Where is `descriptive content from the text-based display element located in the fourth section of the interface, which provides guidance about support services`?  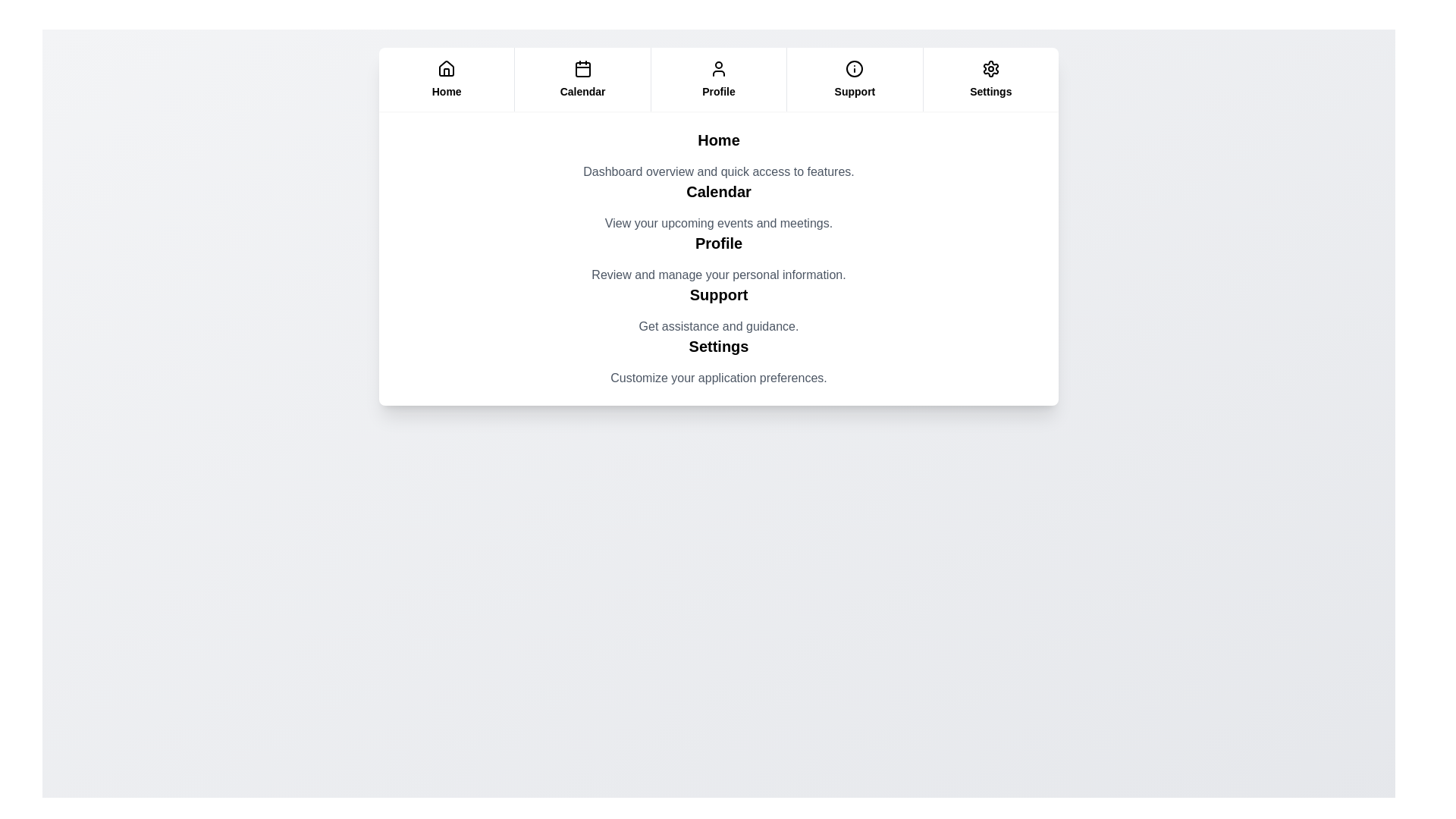
descriptive content from the text-based display element located in the fourth section of the interface, which provides guidance about support services is located at coordinates (718, 309).